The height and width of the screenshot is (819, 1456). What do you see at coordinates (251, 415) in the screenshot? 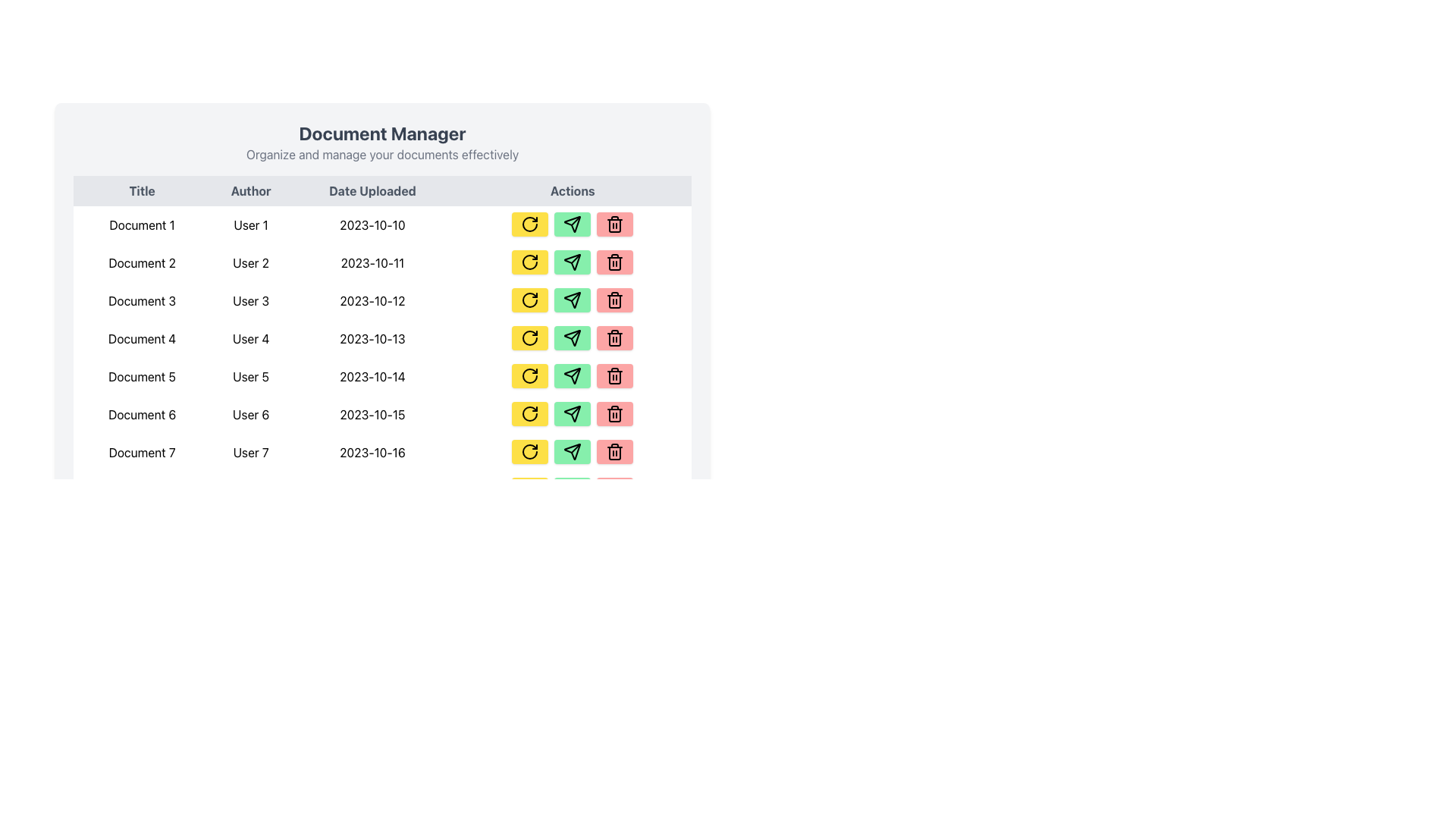
I see `the static text label that indicates the author of 'Document 6' in the table under the 'Author' column` at bounding box center [251, 415].